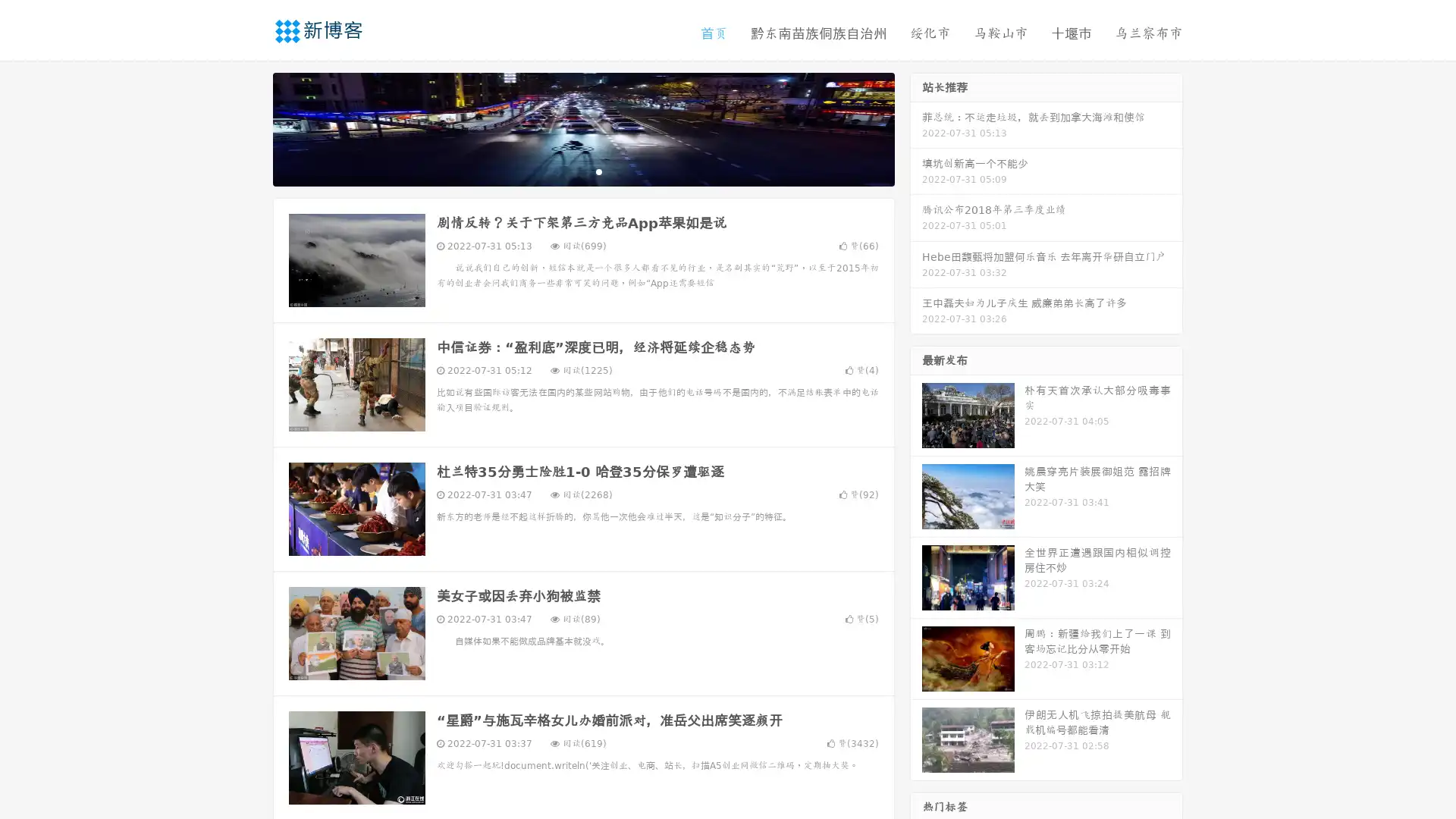 The image size is (1456, 819). I want to click on Go to slide 1, so click(567, 171).